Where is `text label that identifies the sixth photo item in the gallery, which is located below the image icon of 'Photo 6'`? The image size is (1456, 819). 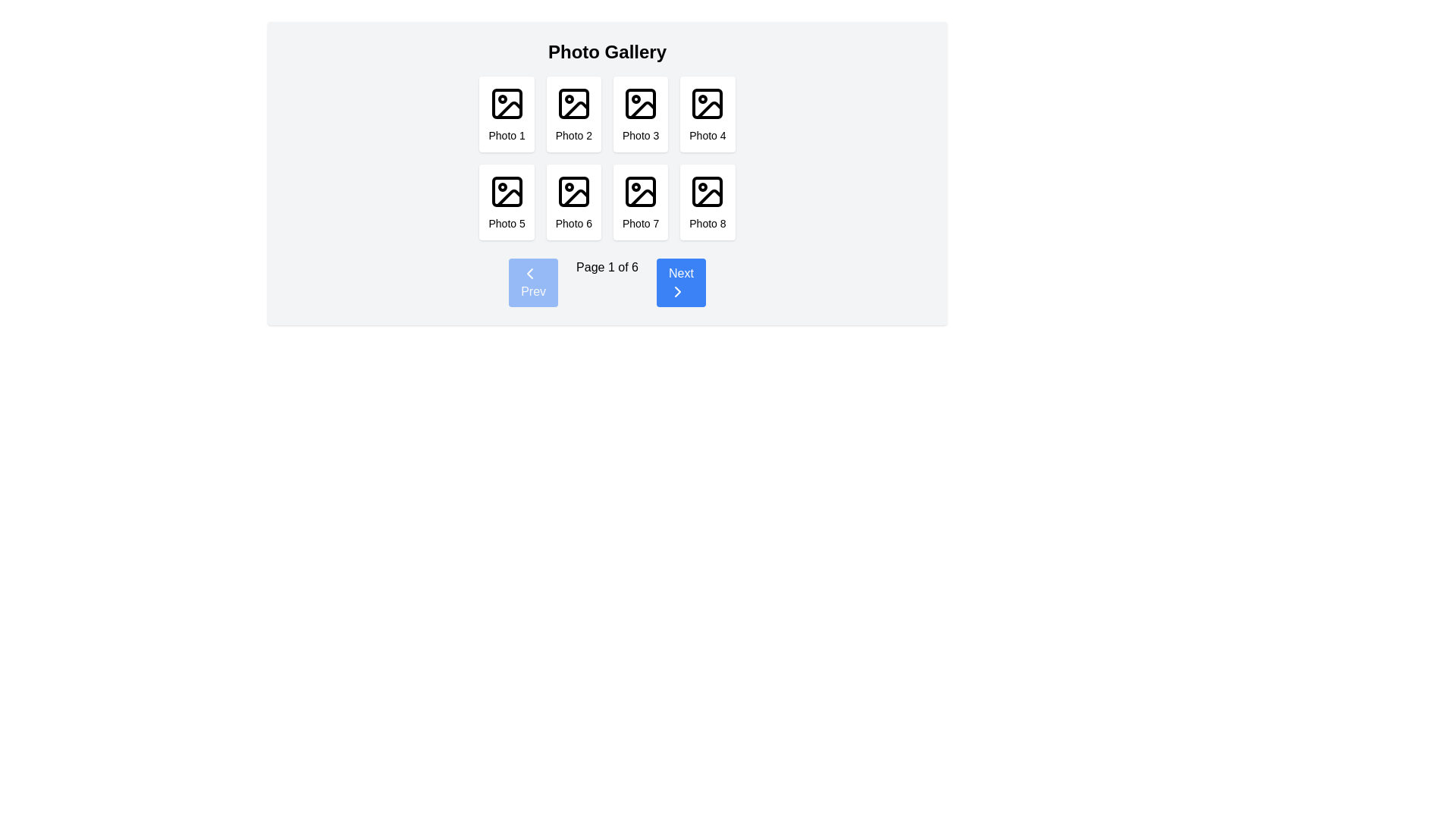 text label that identifies the sixth photo item in the gallery, which is located below the image icon of 'Photo 6' is located at coordinates (573, 223).